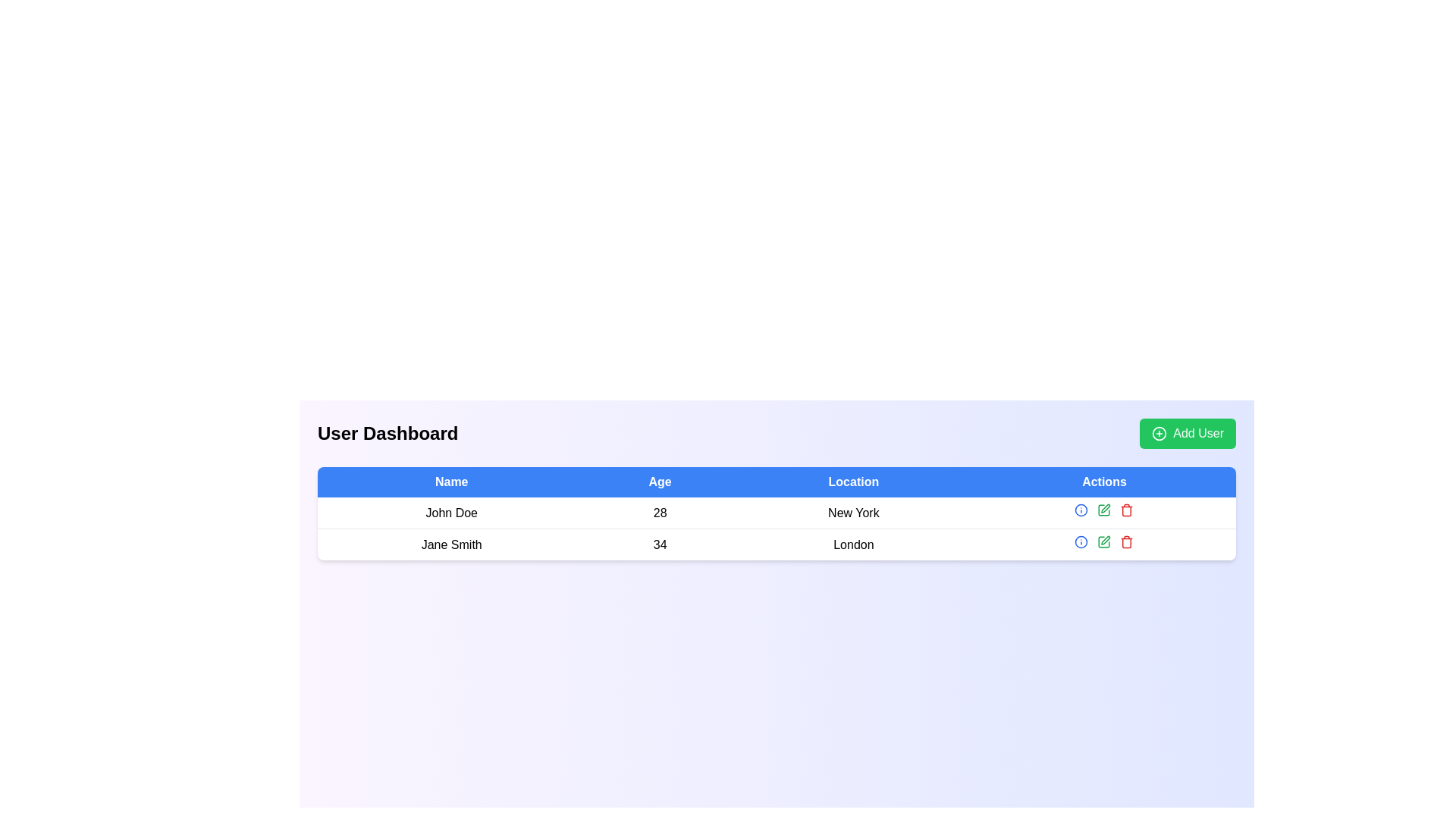 Image resolution: width=1456 pixels, height=819 pixels. What do you see at coordinates (1104, 541) in the screenshot?
I see `the green pen icon in the 'Actions' column of the second row for user 'Jane Smith'` at bounding box center [1104, 541].